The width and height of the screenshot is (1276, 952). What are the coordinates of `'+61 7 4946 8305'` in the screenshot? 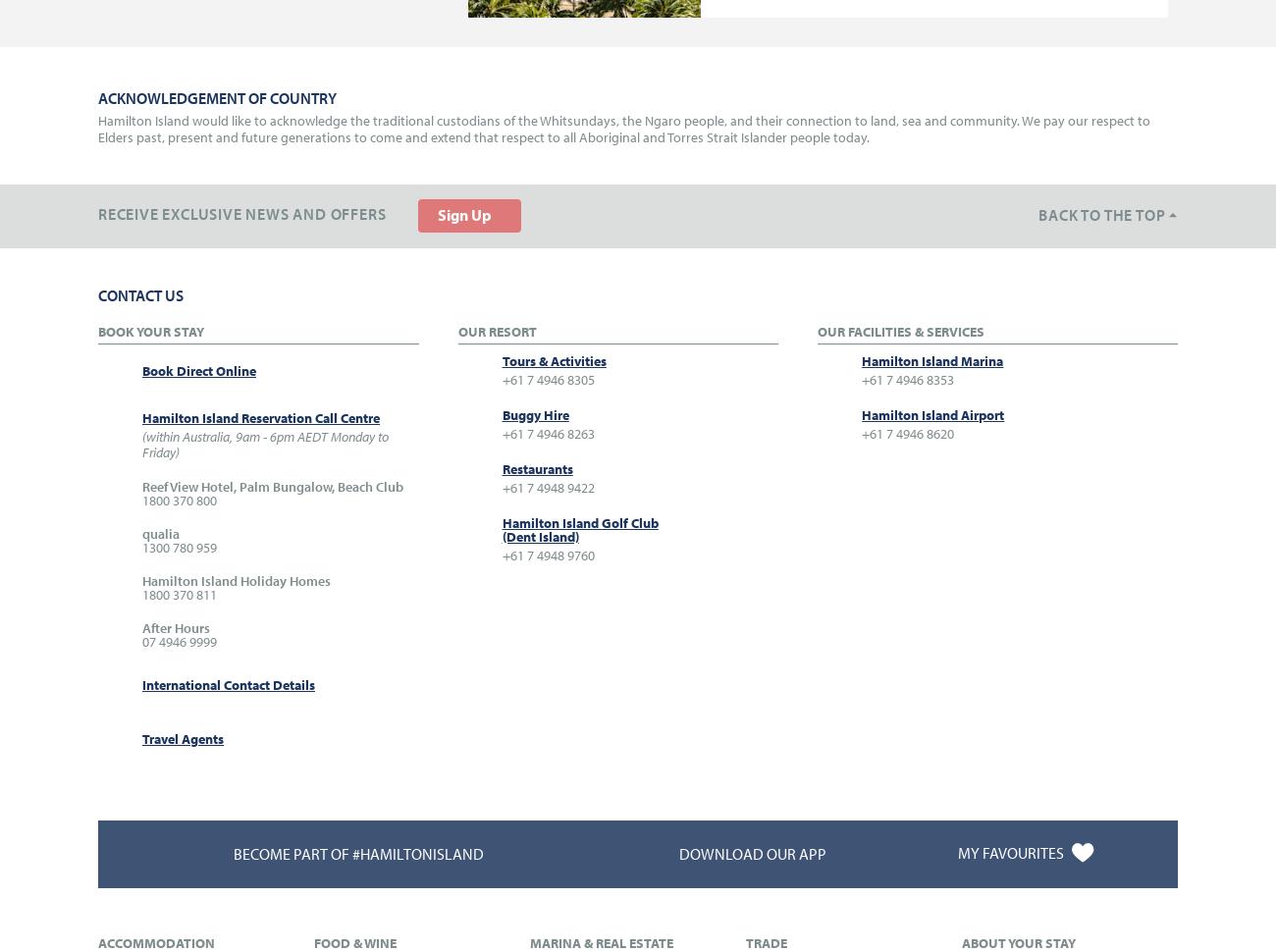 It's located at (546, 377).